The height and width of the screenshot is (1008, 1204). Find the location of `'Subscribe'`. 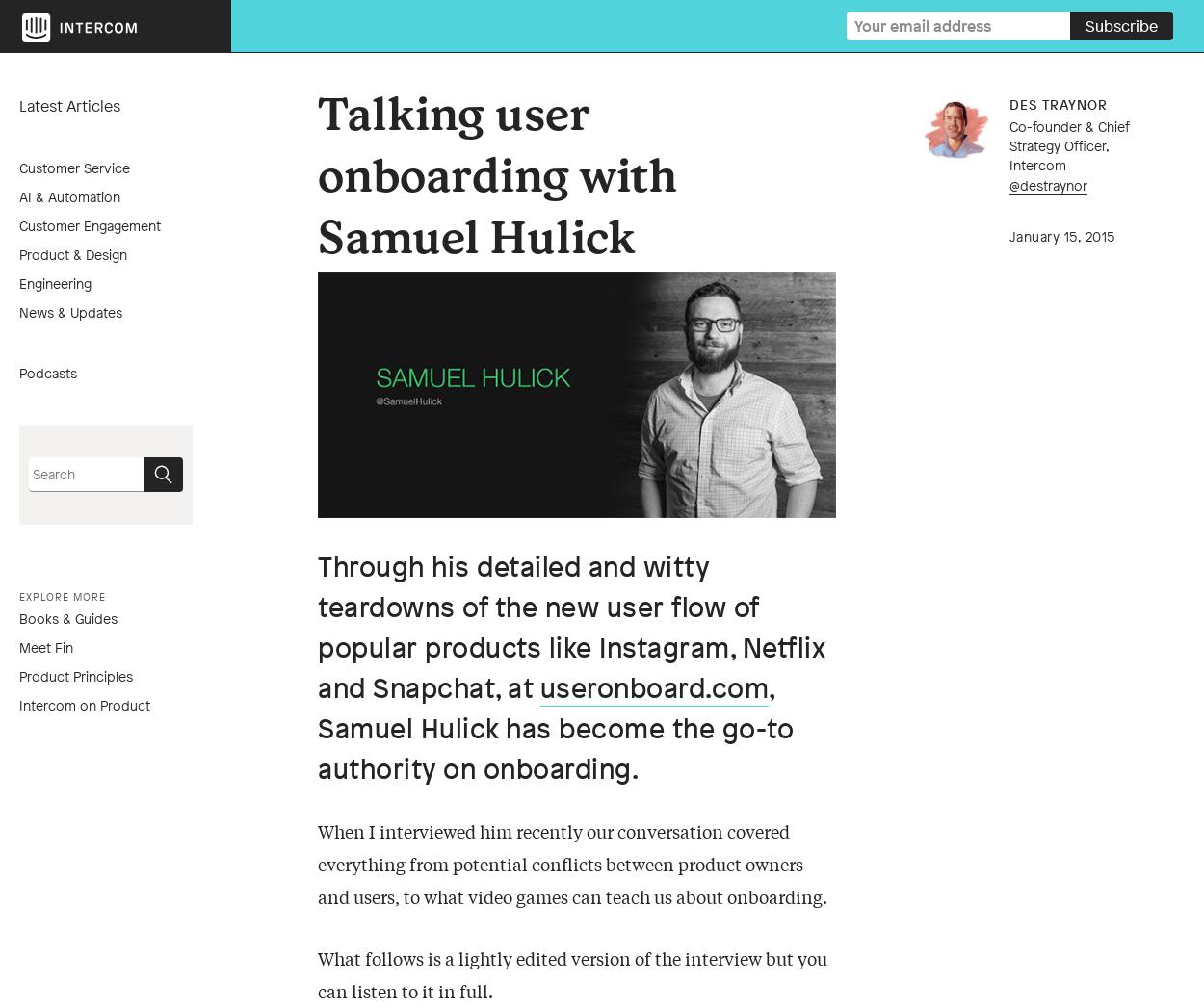

'Subscribe' is located at coordinates (1121, 25).